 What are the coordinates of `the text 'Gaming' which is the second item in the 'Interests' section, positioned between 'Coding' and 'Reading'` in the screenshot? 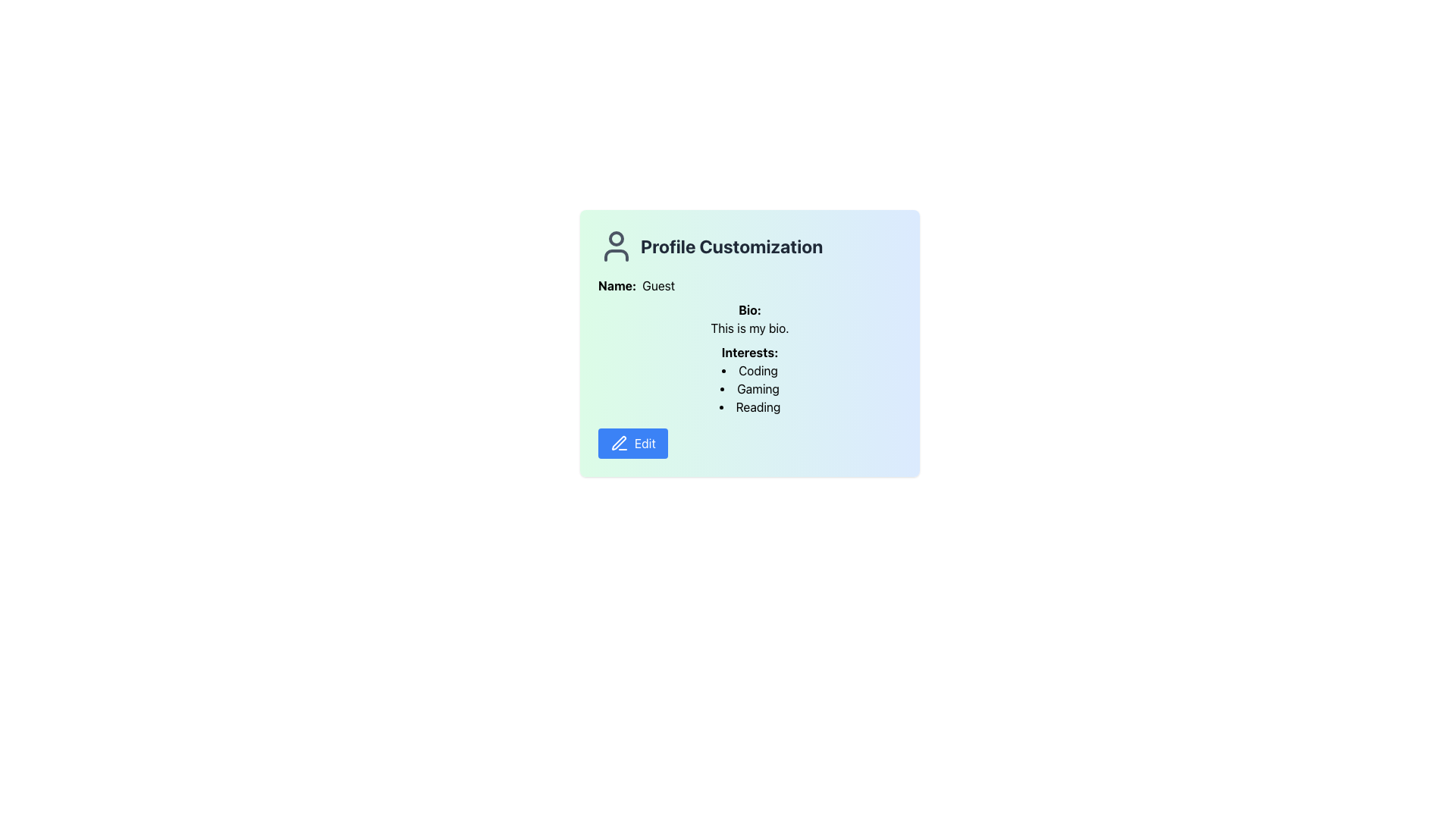 It's located at (749, 388).